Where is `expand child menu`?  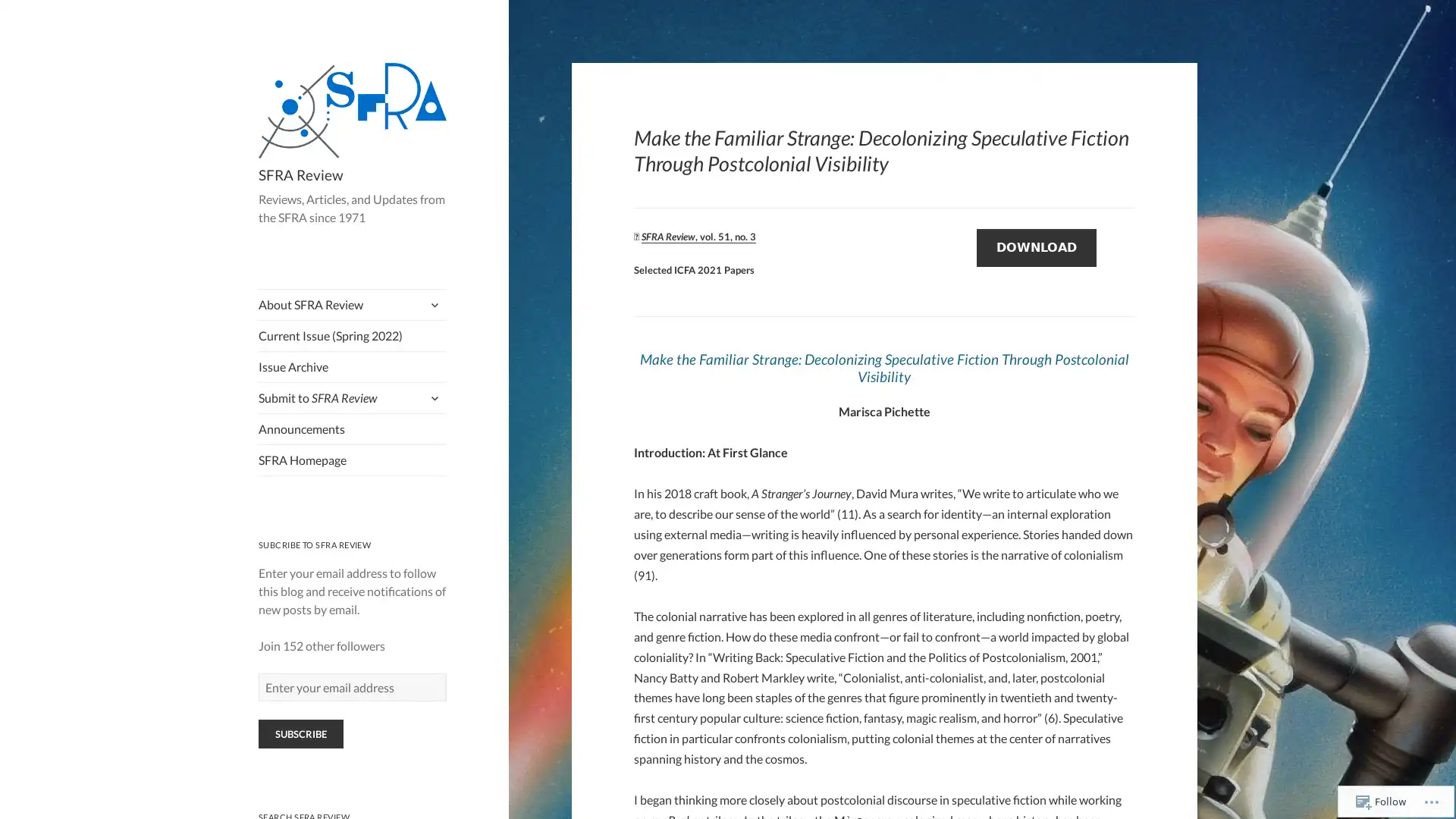 expand child menu is located at coordinates (432, 397).